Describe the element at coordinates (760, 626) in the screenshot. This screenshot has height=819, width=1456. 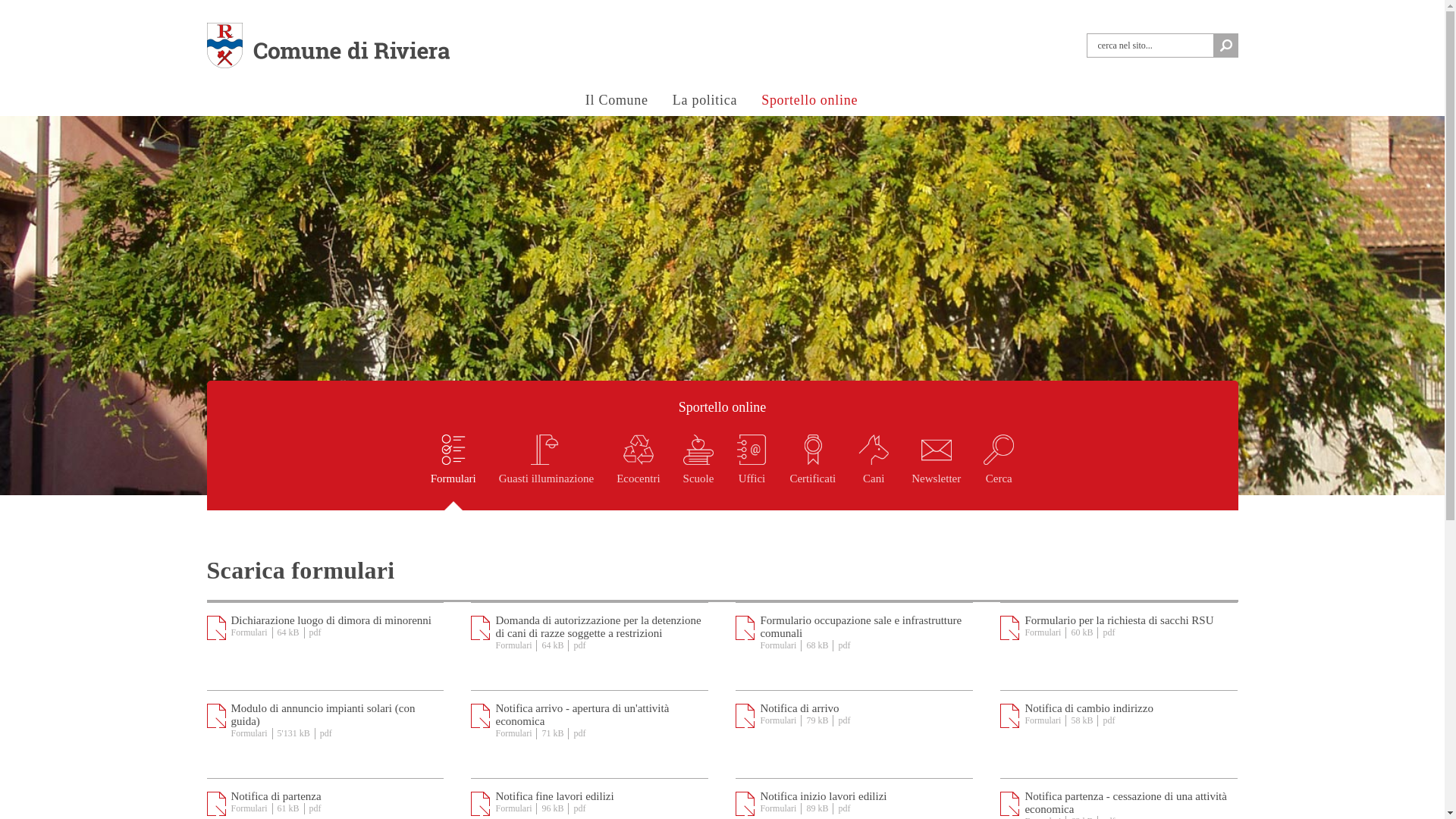
I see `'Formulario occupazione sale e infrastrutture comunali'` at that location.